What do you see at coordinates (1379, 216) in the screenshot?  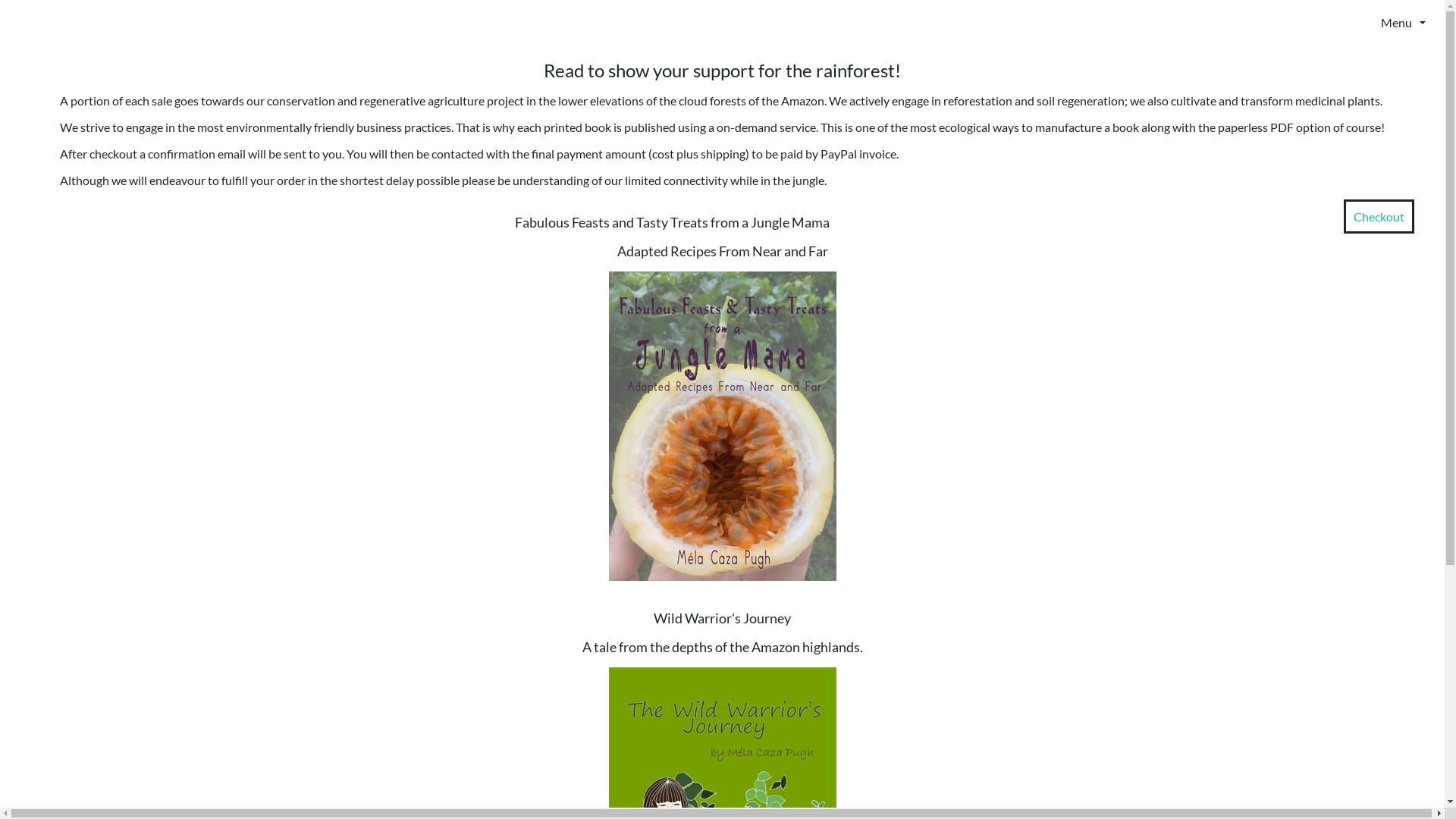 I see `'Checkout'` at bounding box center [1379, 216].